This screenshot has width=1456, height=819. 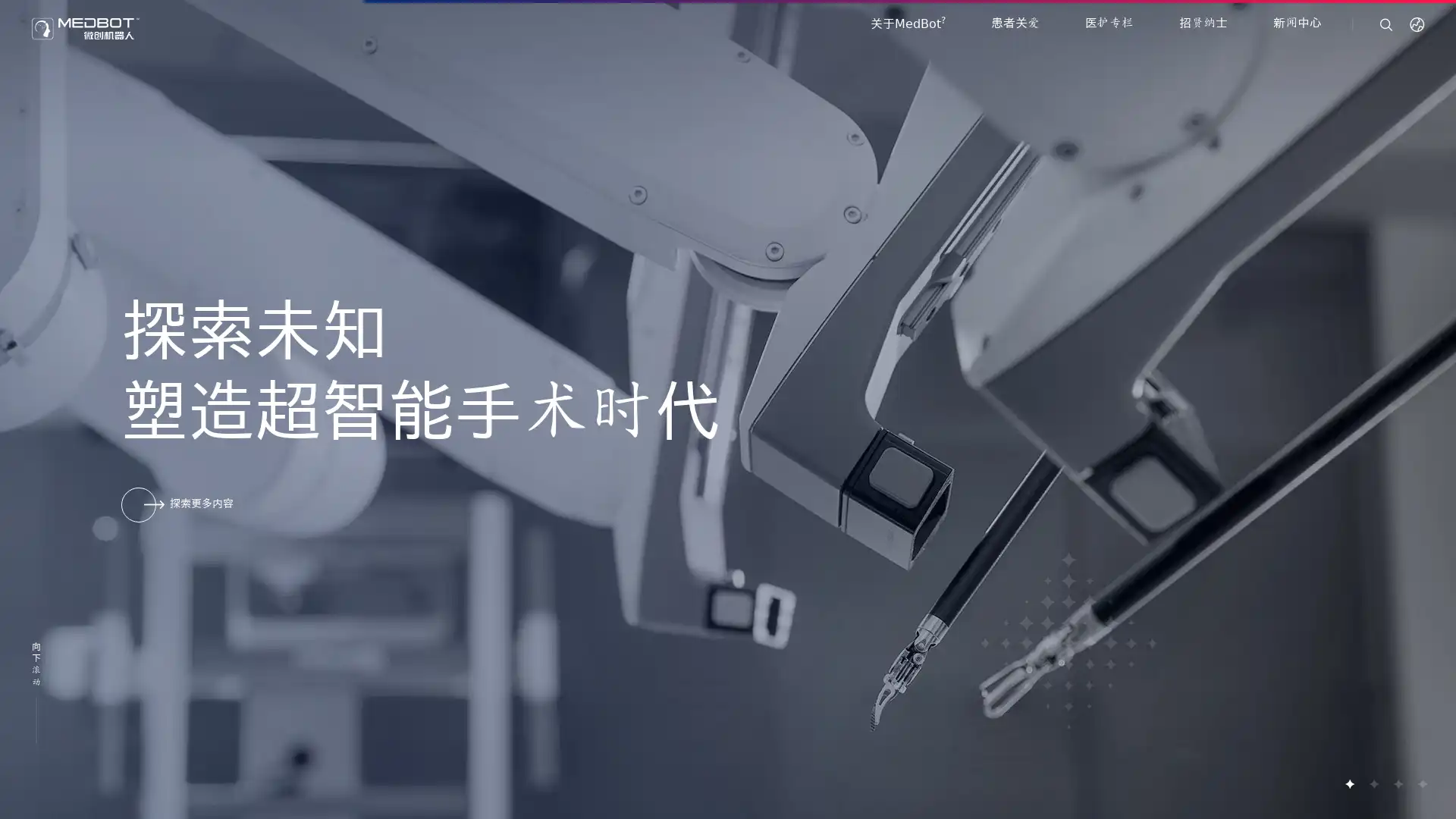 What do you see at coordinates (1349, 783) in the screenshot?
I see `Go to slide 1` at bounding box center [1349, 783].